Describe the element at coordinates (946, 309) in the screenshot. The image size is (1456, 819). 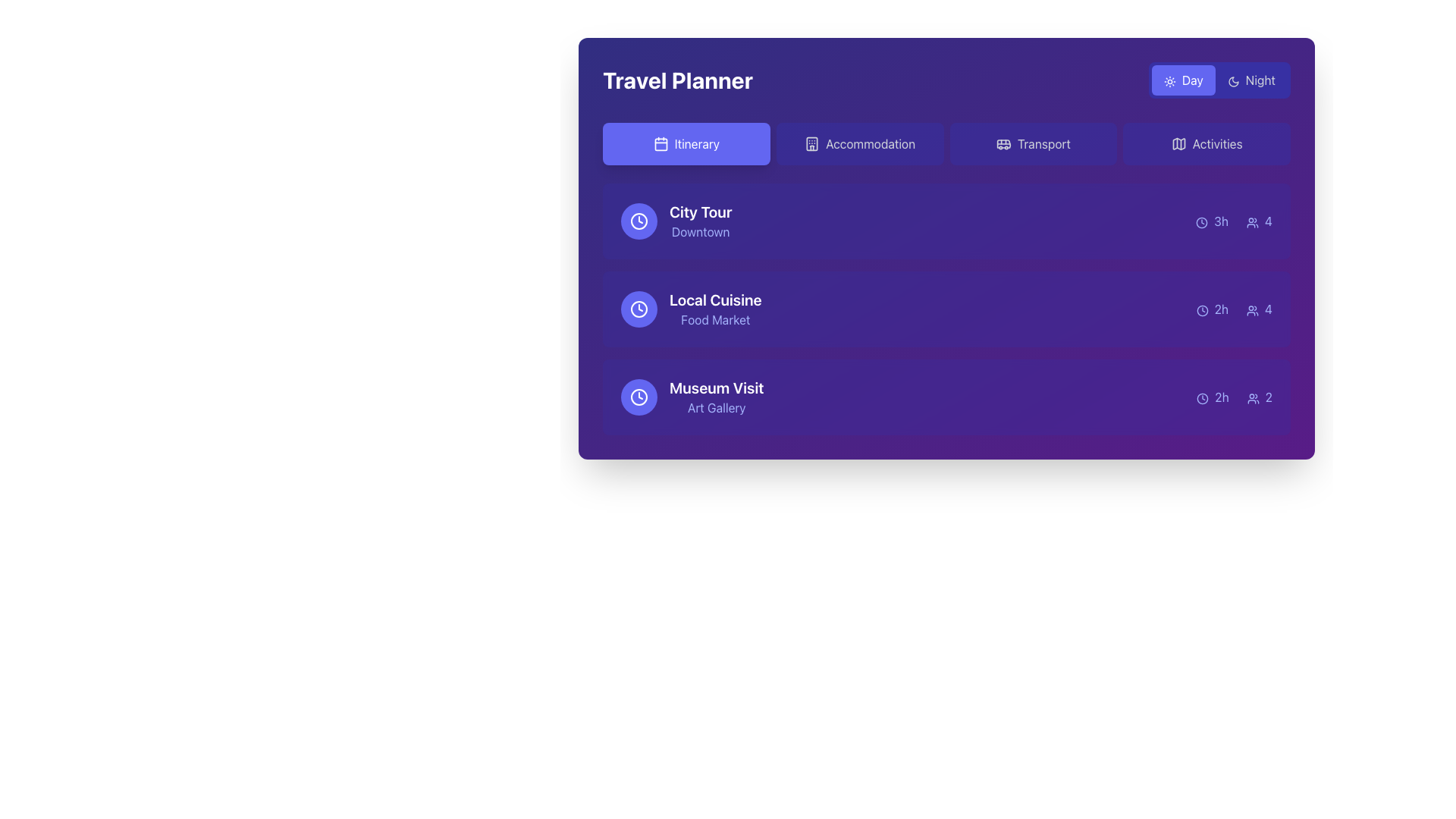
I see `the List of informational blocks in the Travel Planner section` at that location.